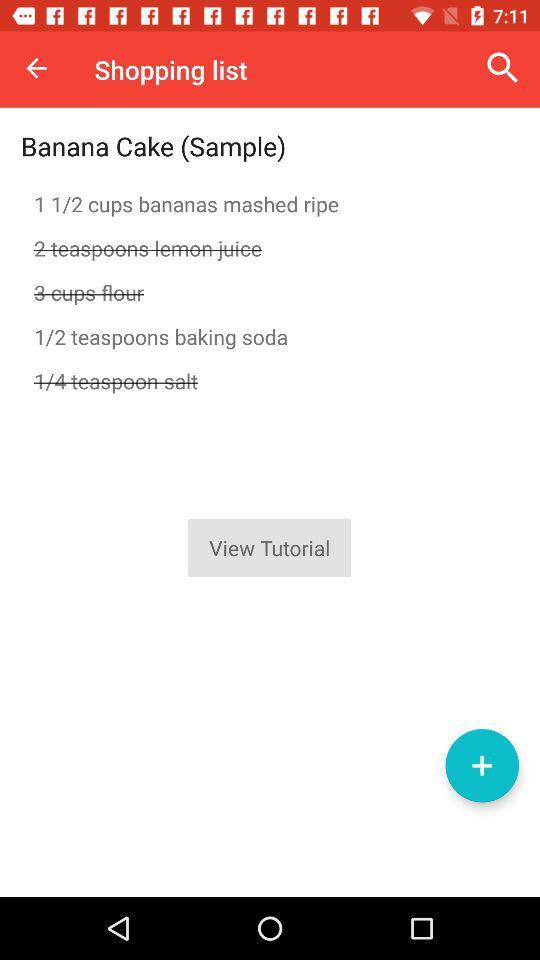 The height and width of the screenshot is (960, 540). I want to click on the icon below 2 teaspoons lemon icon, so click(270, 291).